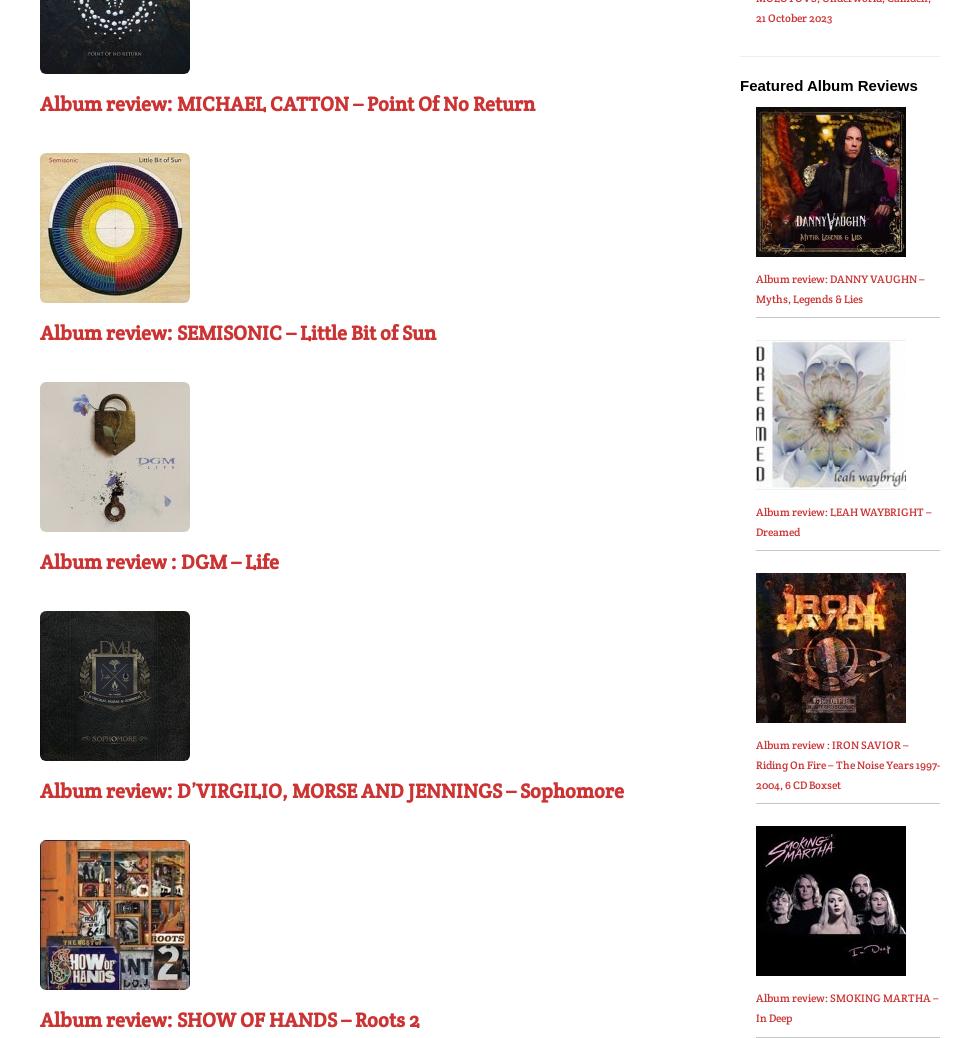  What do you see at coordinates (842, 521) in the screenshot?
I see `'Album review: LEAH WAYBRIGHT – Dreamed'` at bounding box center [842, 521].